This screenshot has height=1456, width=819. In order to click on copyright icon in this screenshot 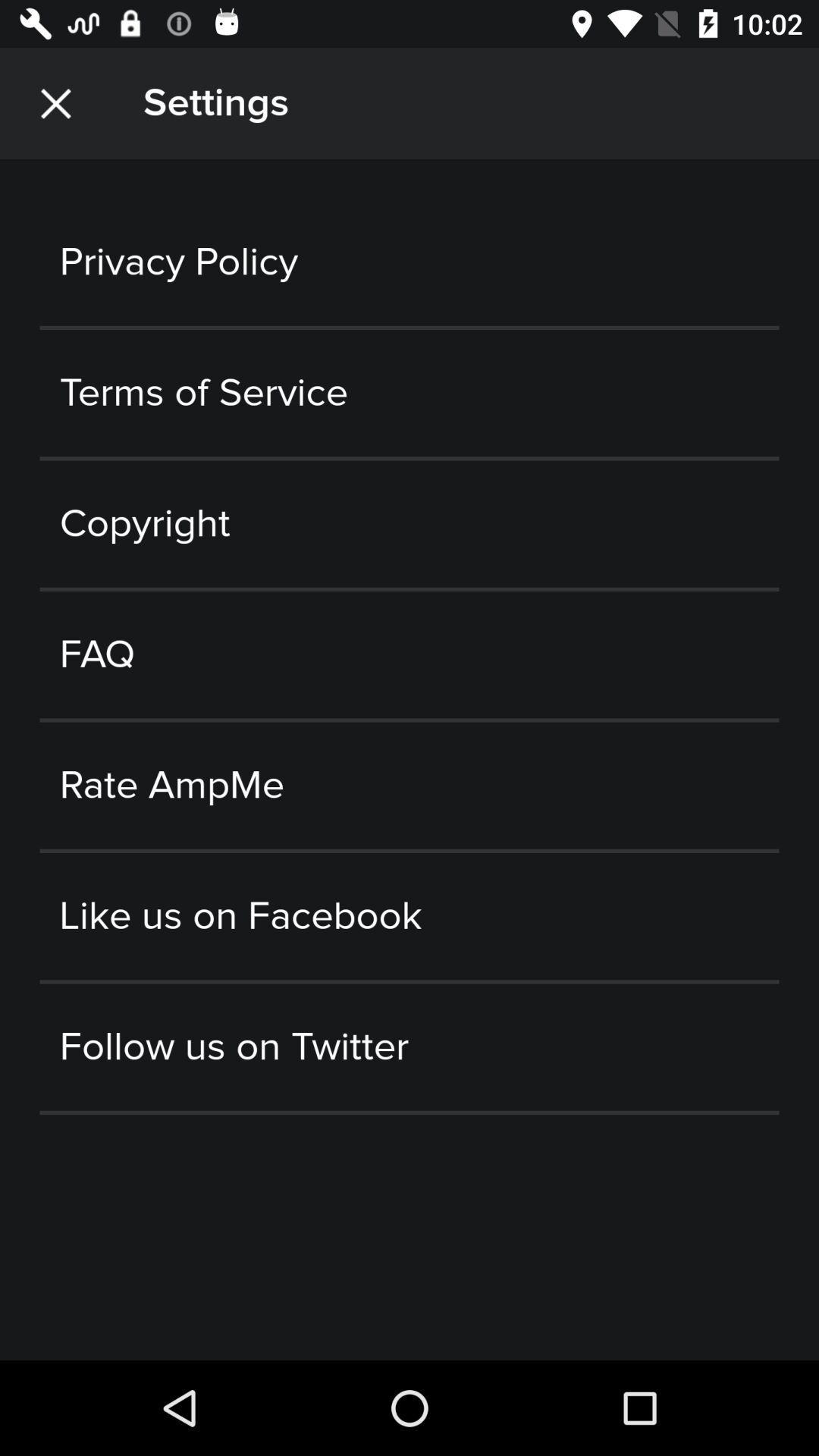, I will do `click(409, 524)`.